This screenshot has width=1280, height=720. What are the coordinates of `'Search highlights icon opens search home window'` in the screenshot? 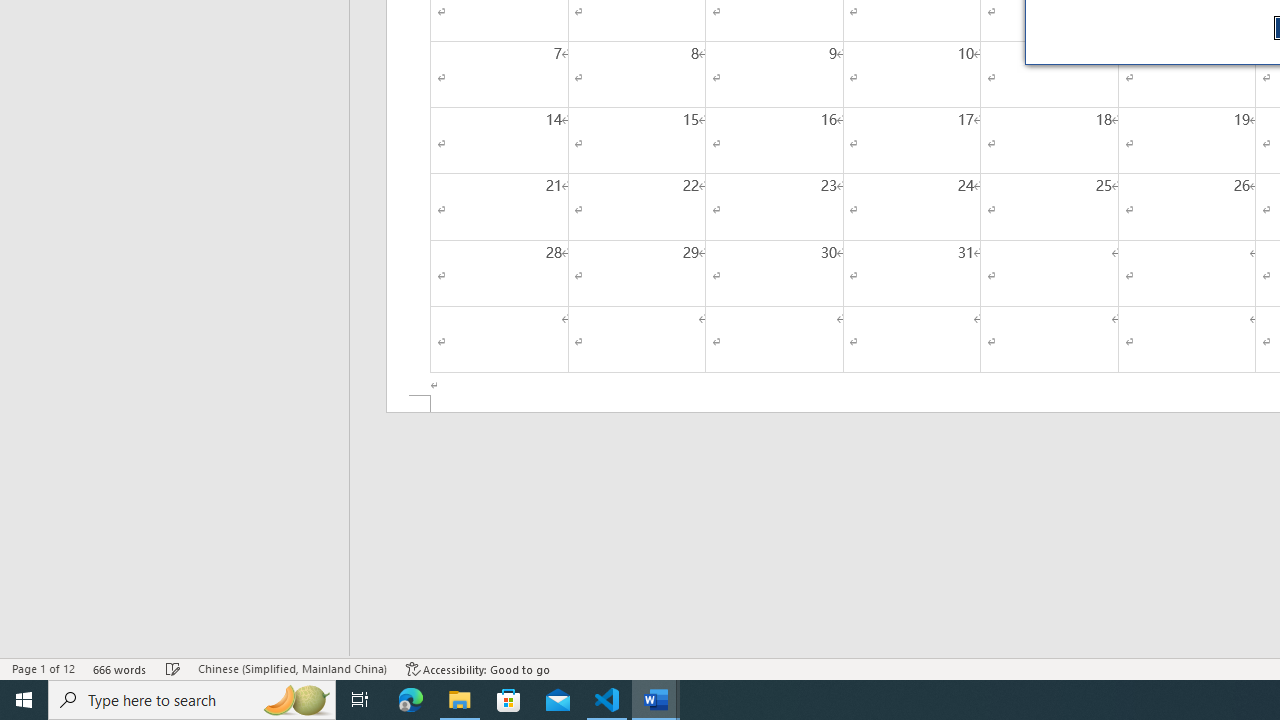 It's located at (294, 698).